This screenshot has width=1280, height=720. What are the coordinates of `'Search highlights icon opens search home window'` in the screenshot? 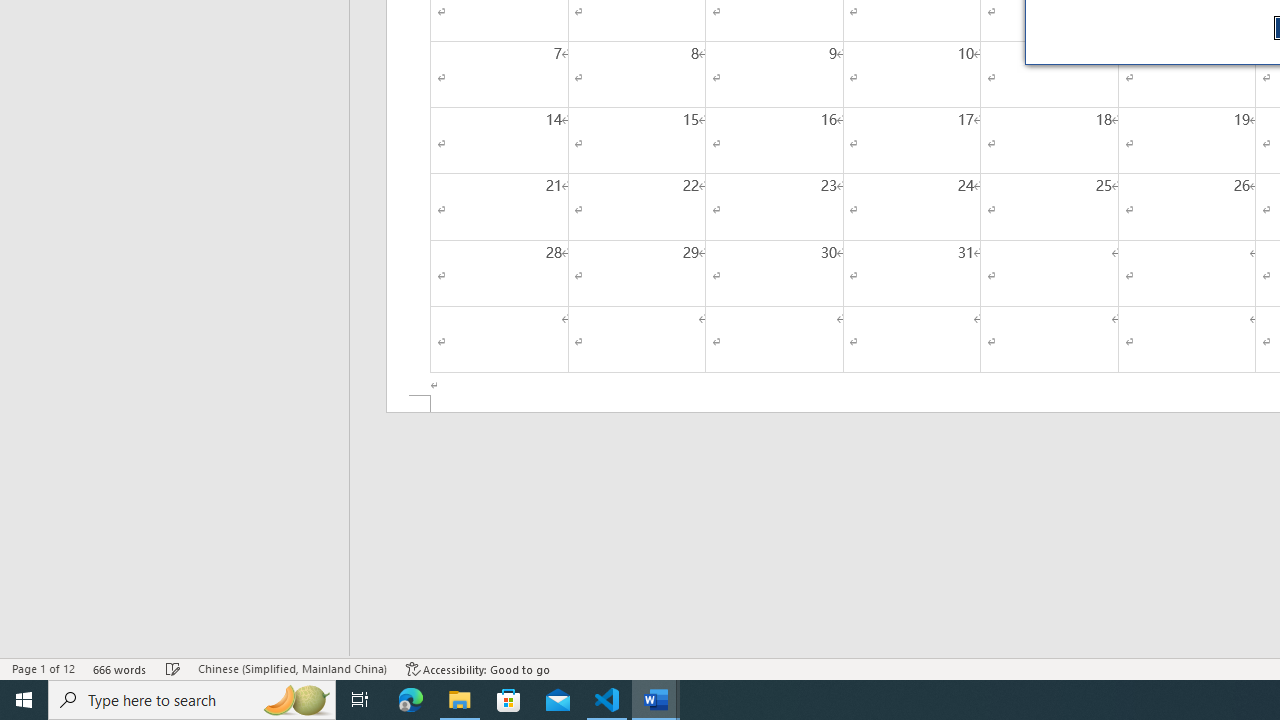 It's located at (294, 698).